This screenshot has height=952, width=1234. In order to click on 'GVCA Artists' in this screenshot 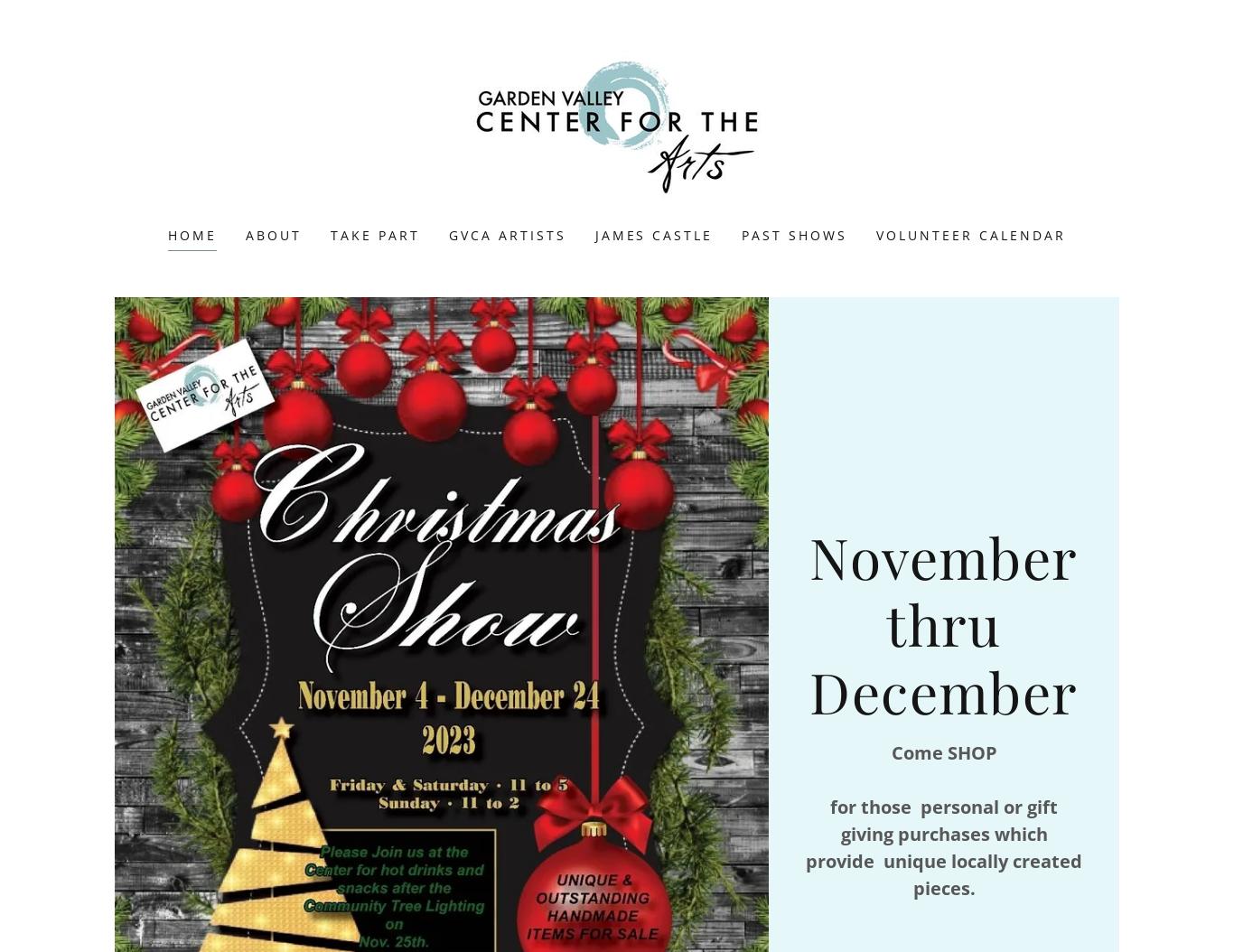, I will do `click(507, 235)`.